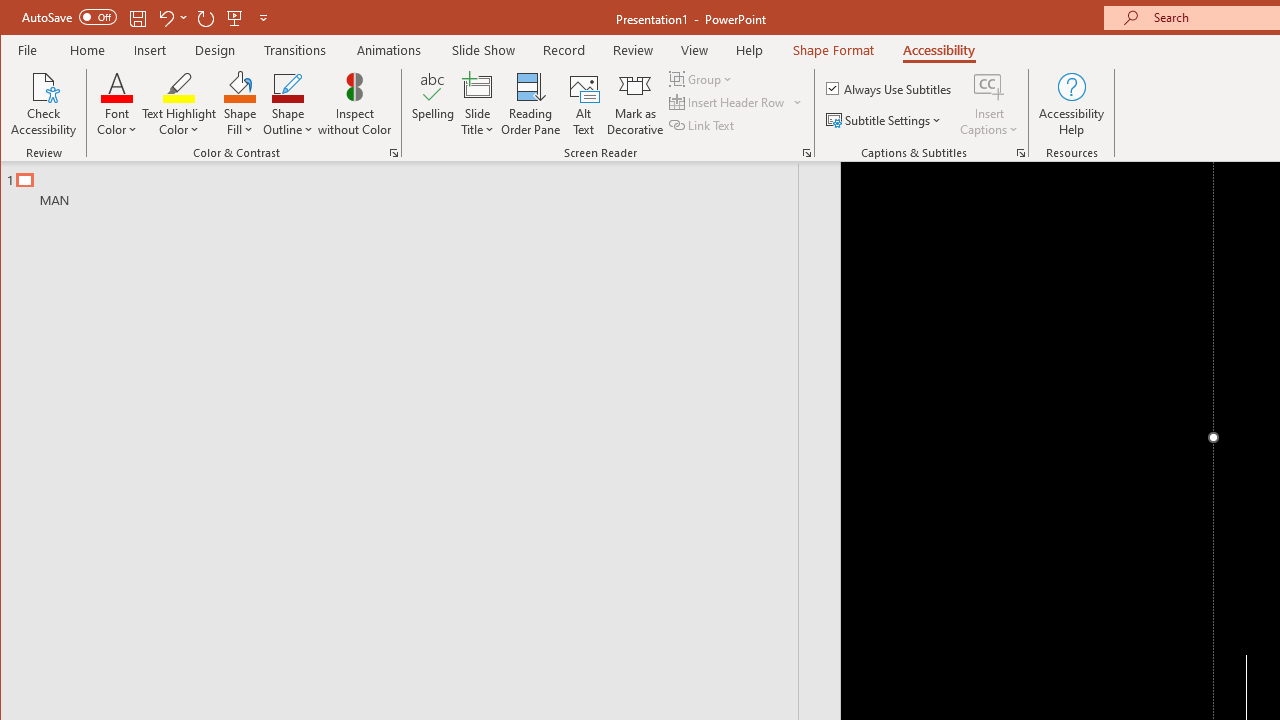 The image size is (1280, 720). Describe the element at coordinates (1020, 152) in the screenshot. I see `'Captions & Subtitles'` at that location.